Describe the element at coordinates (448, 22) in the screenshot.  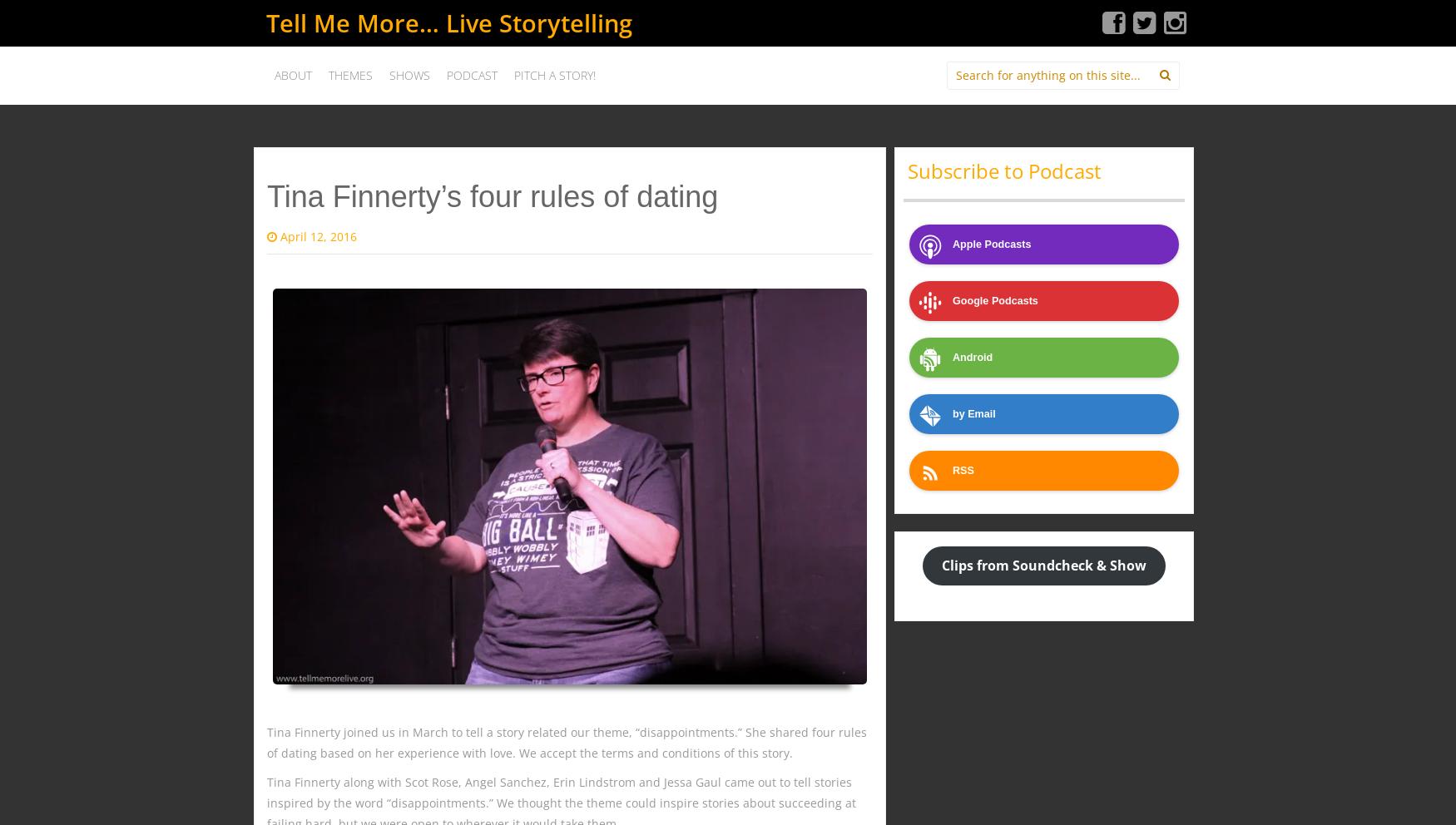
I see `'Tell Me More… Live Storytelling'` at that location.